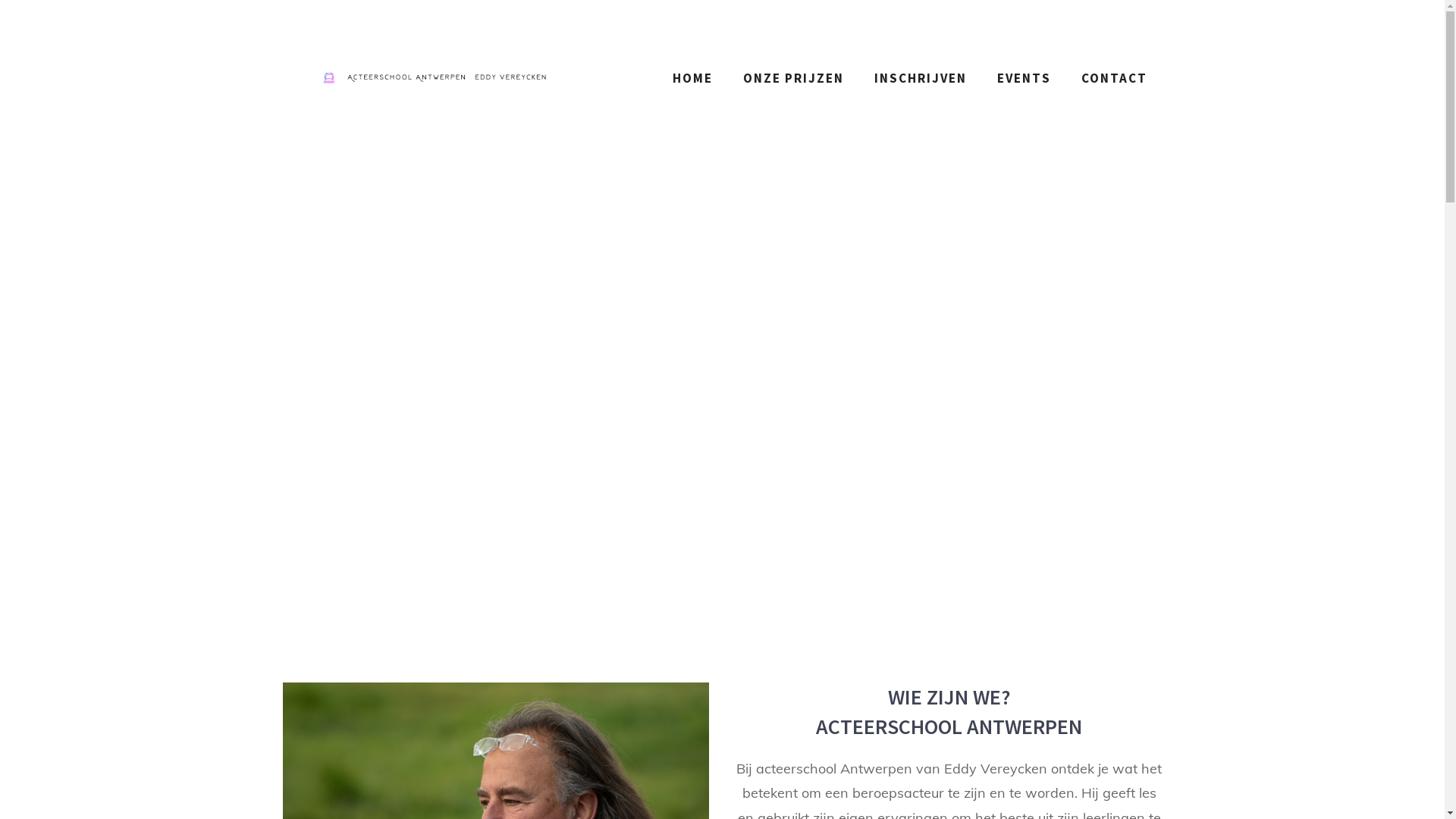  What do you see at coordinates (981, 78) in the screenshot?
I see `'EVENTS'` at bounding box center [981, 78].